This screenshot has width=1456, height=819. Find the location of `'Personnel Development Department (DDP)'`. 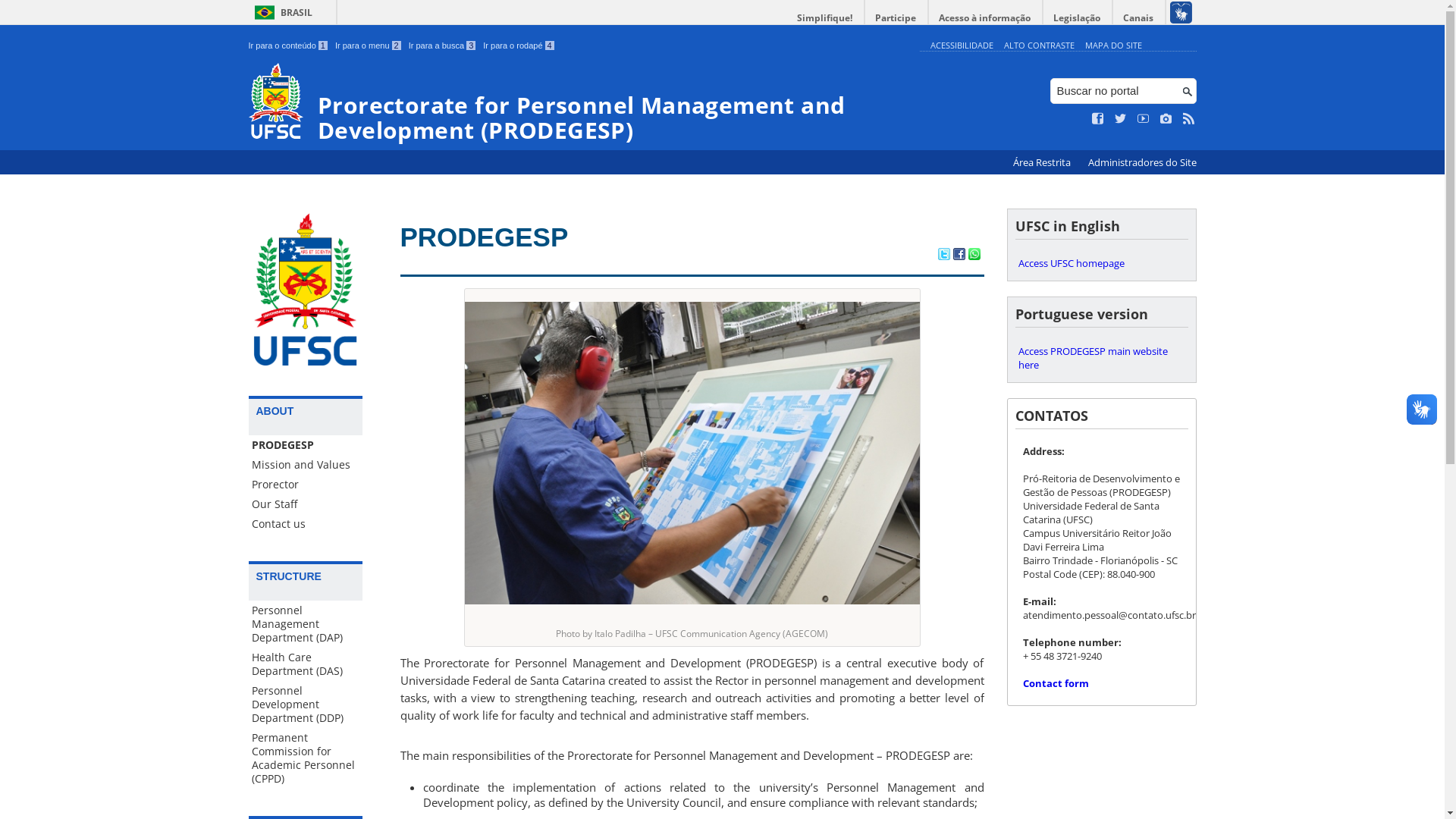

'Personnel Development Department (DDP)' is located at coordinates (305, 704).